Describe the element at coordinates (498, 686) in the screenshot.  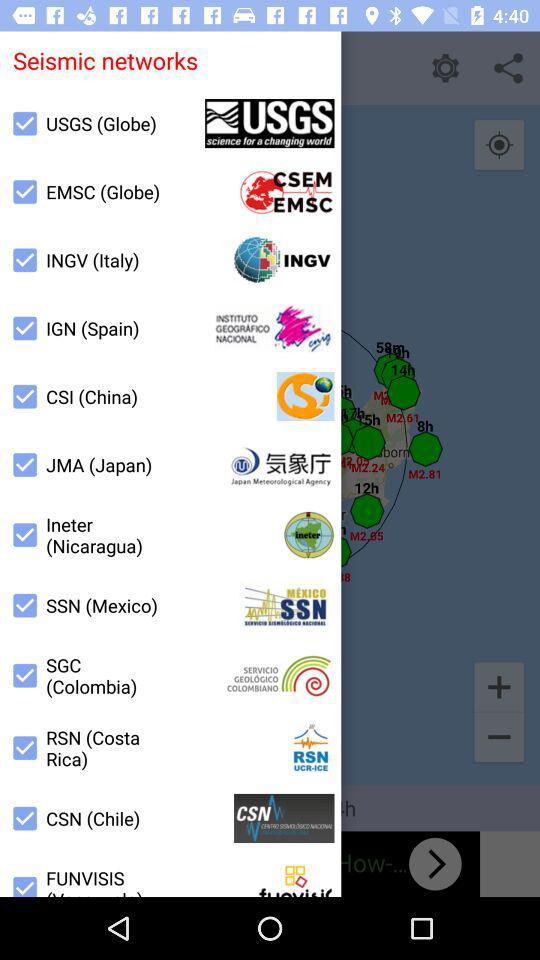
I see `the add icon` at that location.